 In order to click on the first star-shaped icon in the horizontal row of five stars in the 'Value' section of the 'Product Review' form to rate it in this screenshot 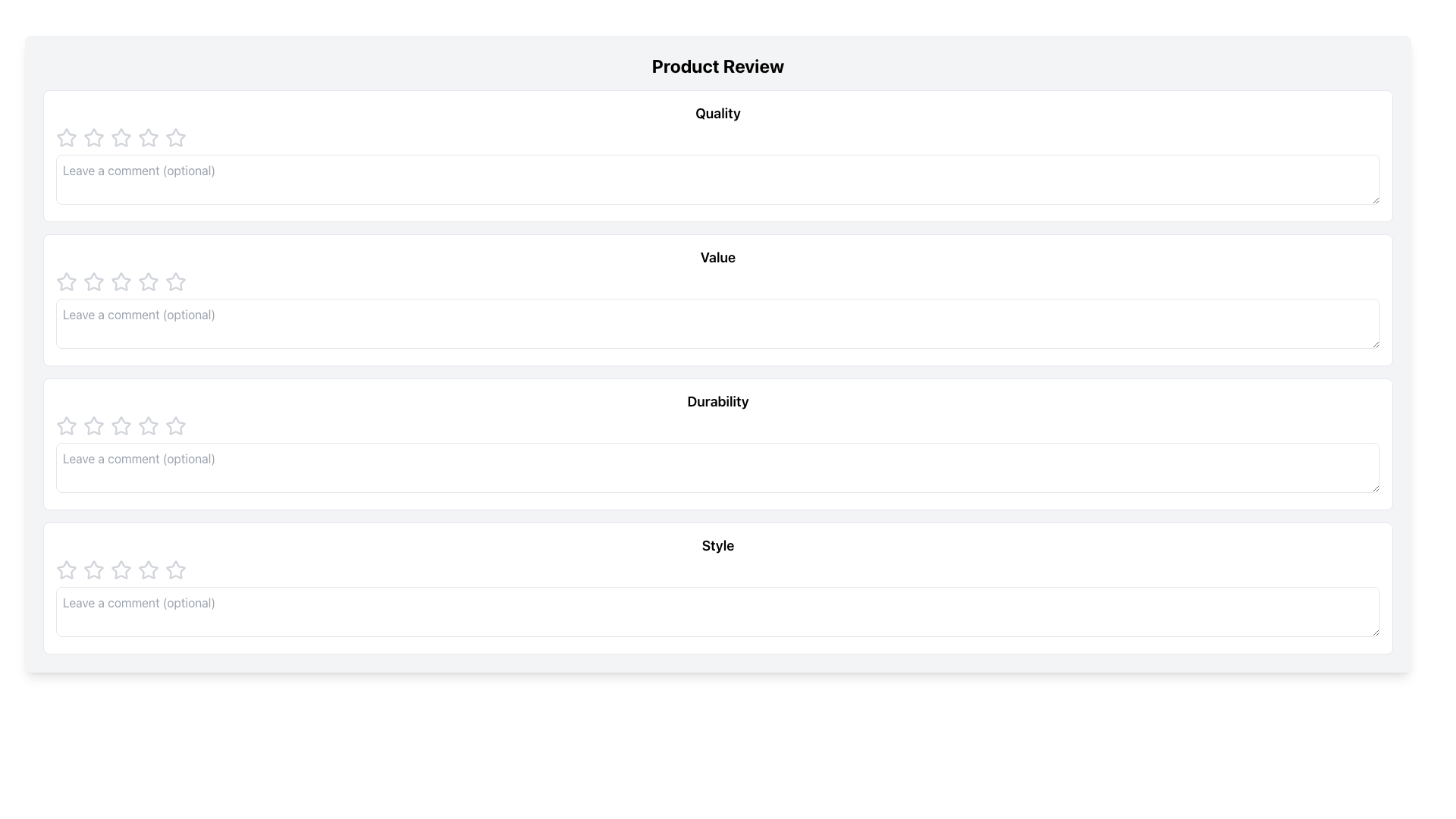, I will do `click(93, 281)`.